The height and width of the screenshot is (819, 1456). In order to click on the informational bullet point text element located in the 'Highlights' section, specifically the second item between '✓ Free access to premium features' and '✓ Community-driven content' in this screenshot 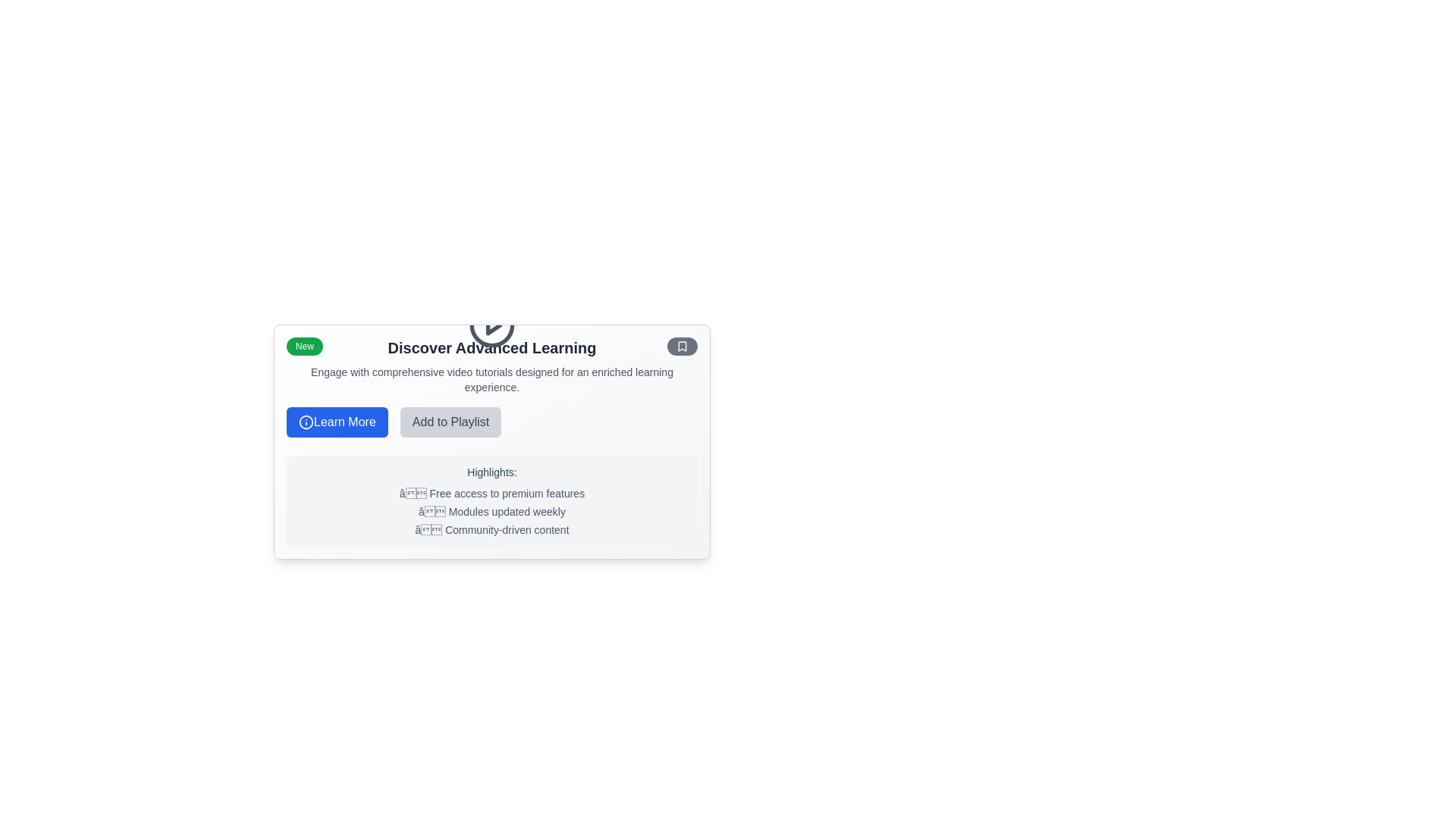, I will do `click(491, 512)`.